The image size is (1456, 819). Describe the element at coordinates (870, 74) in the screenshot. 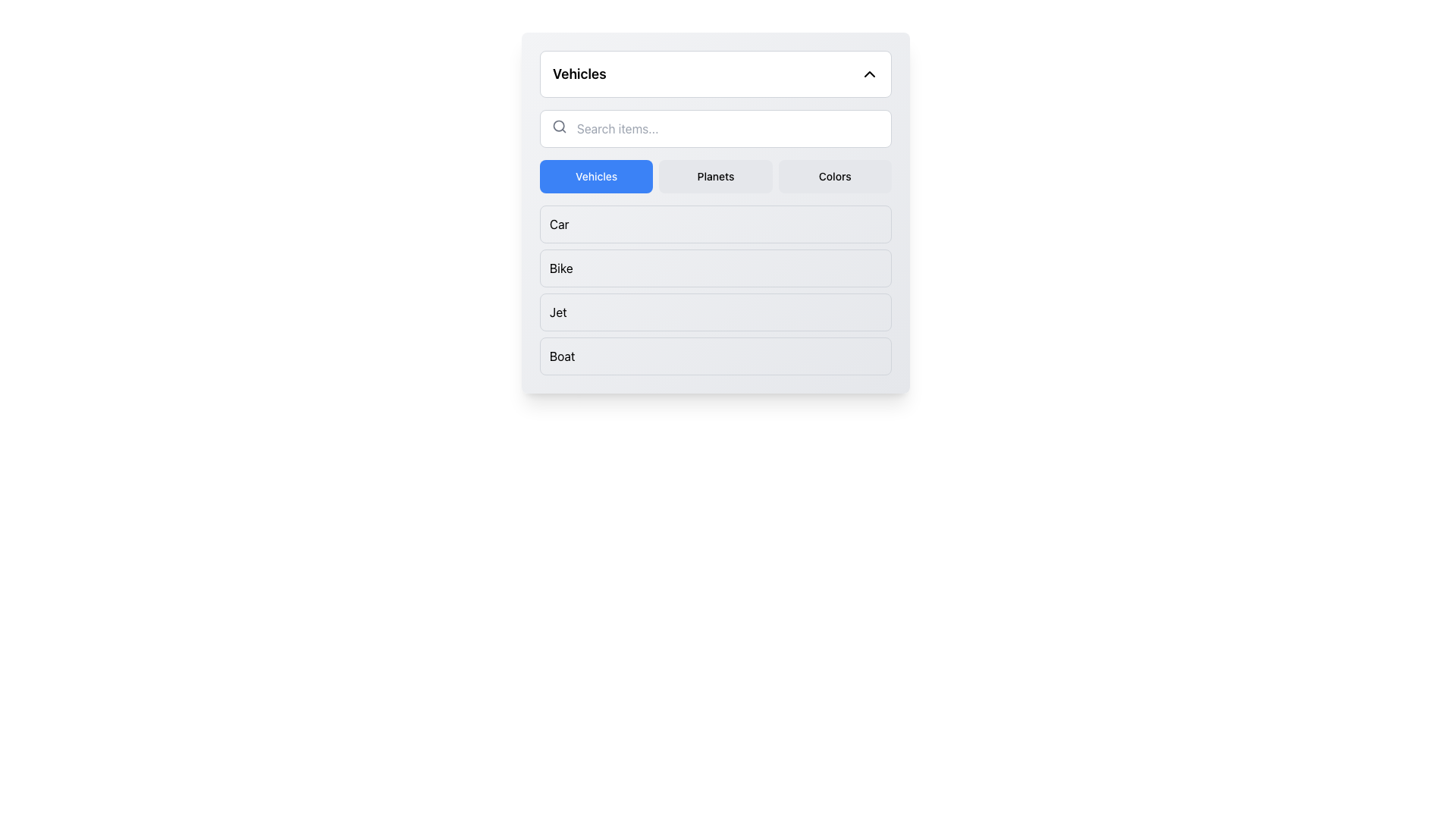

I see `the upward-pointing chevron icon located at the rightmost part of the 'Vehicles' dropdown header` at that location.